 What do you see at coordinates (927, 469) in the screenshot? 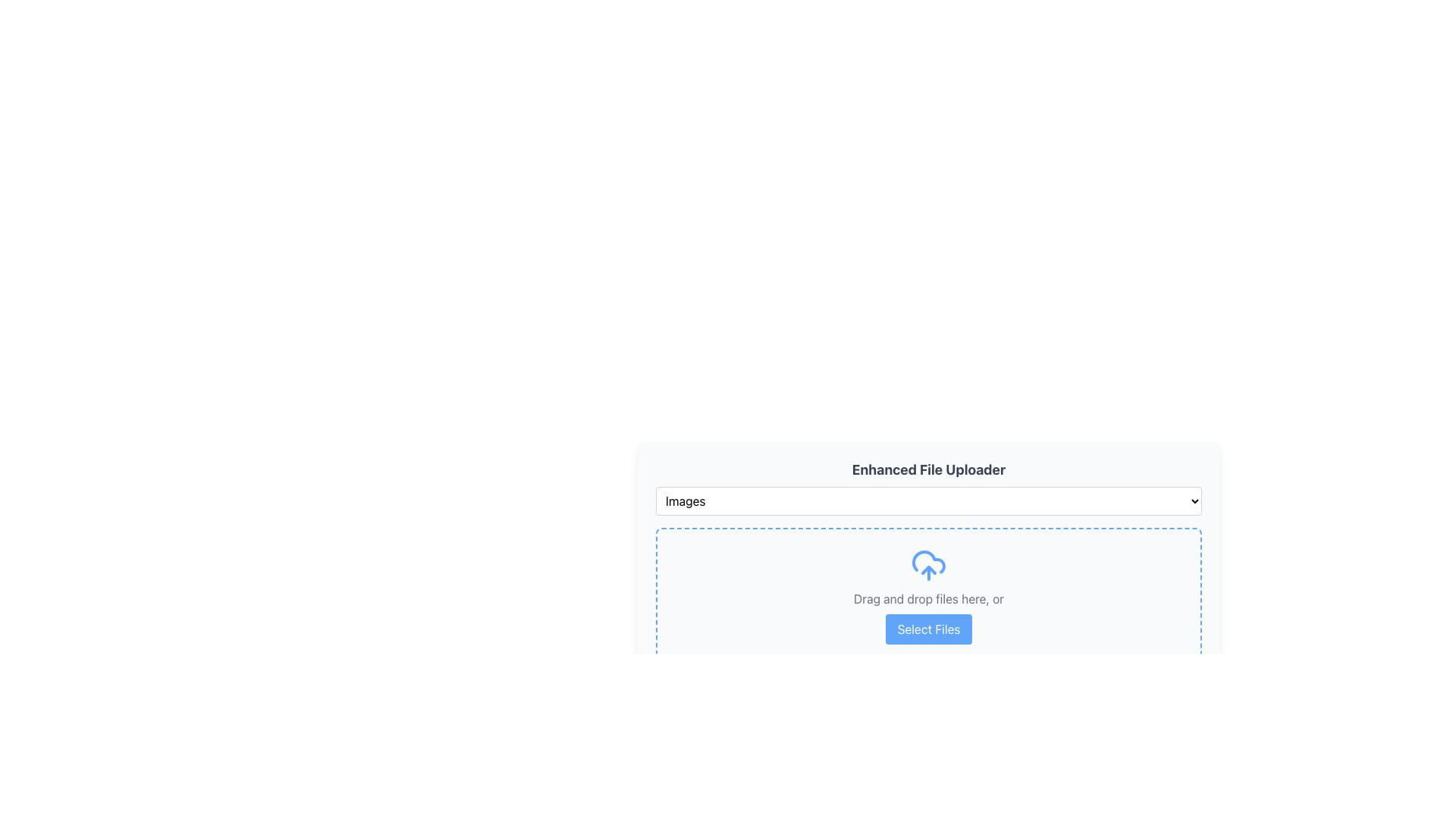
I see `the text label displaying 'Enhanced File Uploader', which is a bold and large gray font header for the file uploader interface, located at the top of the section` at bounding box center [927, 469].